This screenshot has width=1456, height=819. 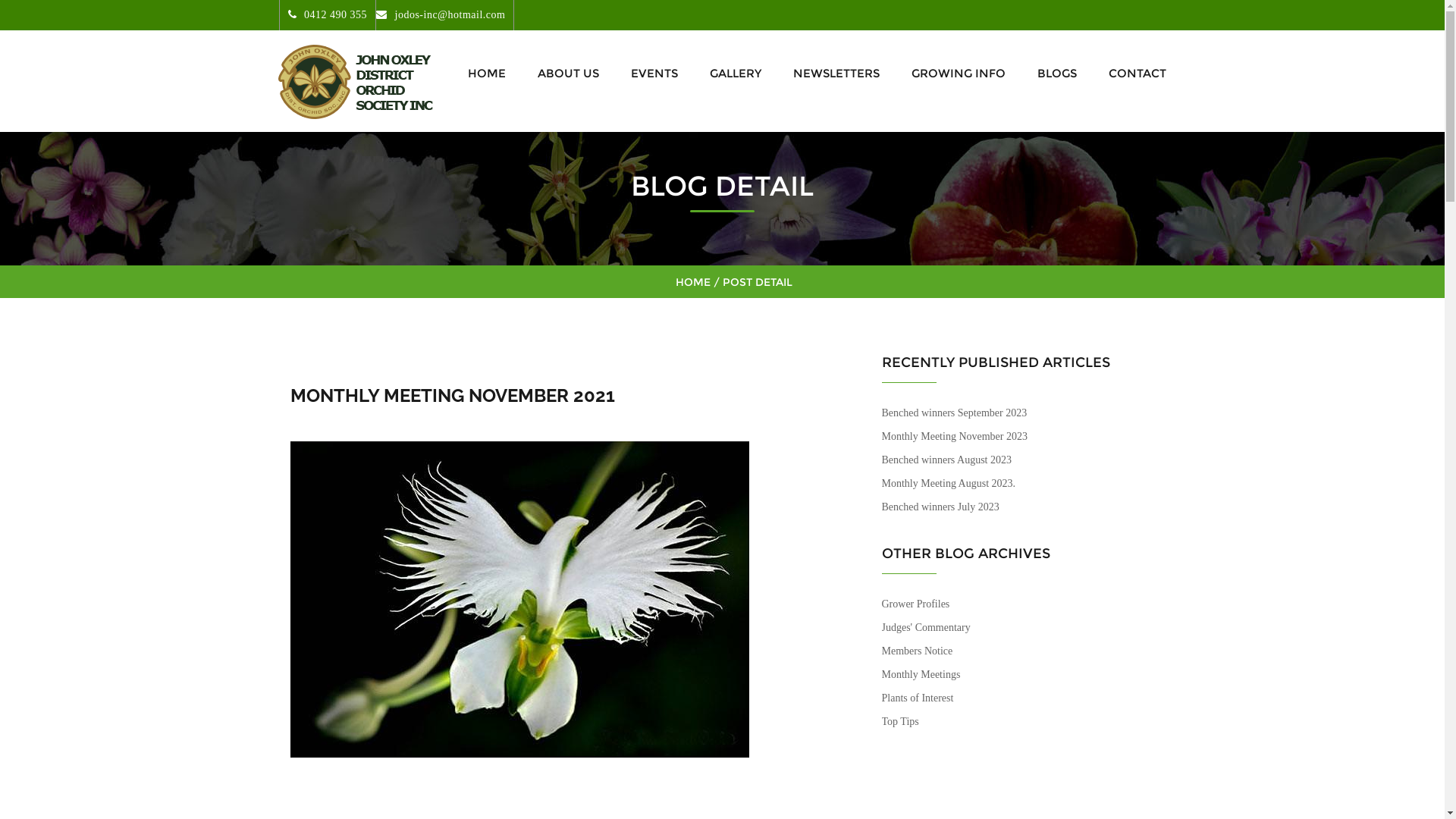 What do you see at coordinates (947, 483) in the screenshot?
I see `'Monthly Meeting August 2023.'` at bounding box center [947, 483].